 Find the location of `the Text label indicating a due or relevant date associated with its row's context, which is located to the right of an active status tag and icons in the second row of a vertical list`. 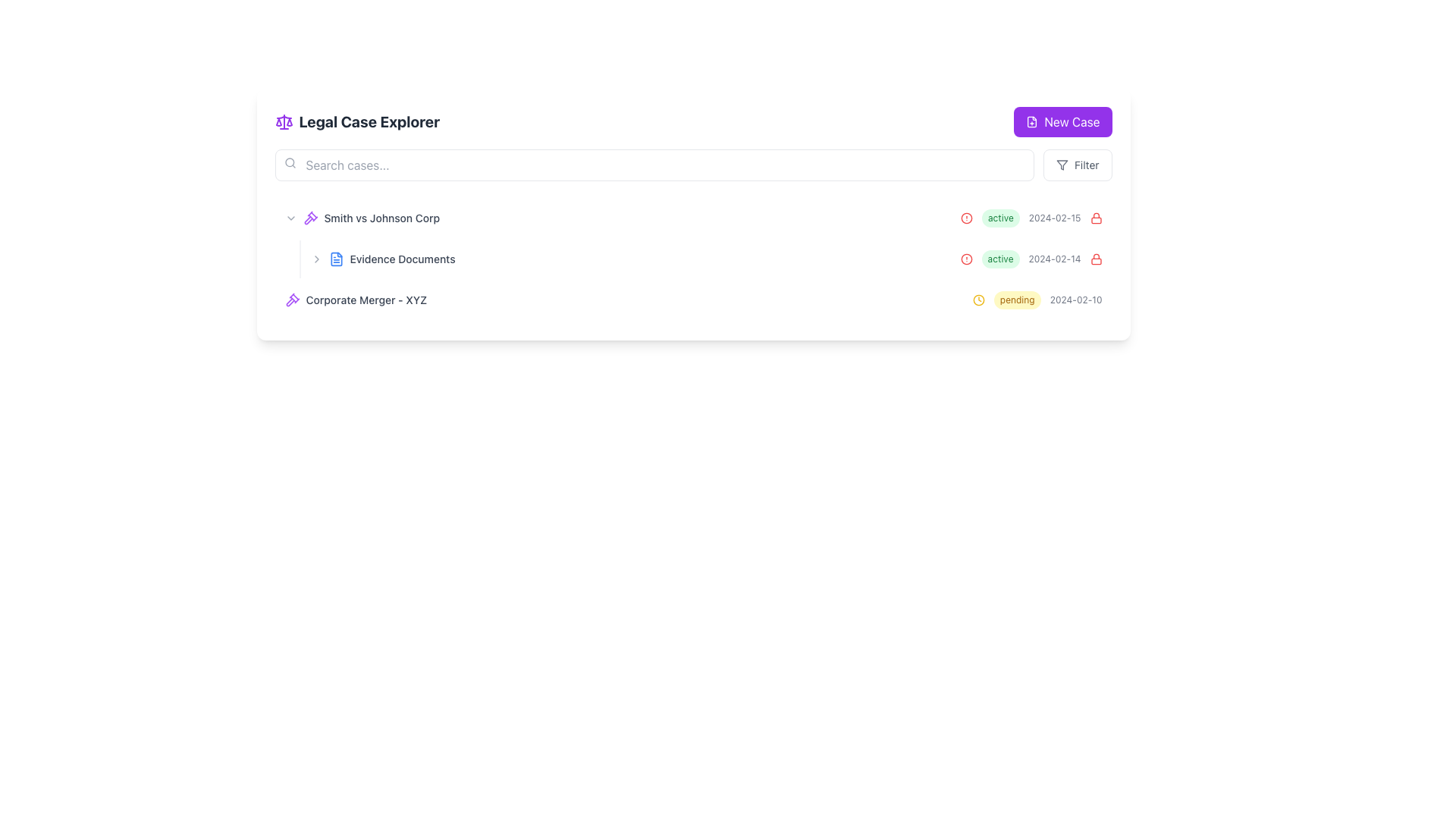

the Text label indicating a due or relevant date associated with its row's context, which is located to the right of an active status tag and icons in the second row of a vertical list is located at coordinates (1054, 259).